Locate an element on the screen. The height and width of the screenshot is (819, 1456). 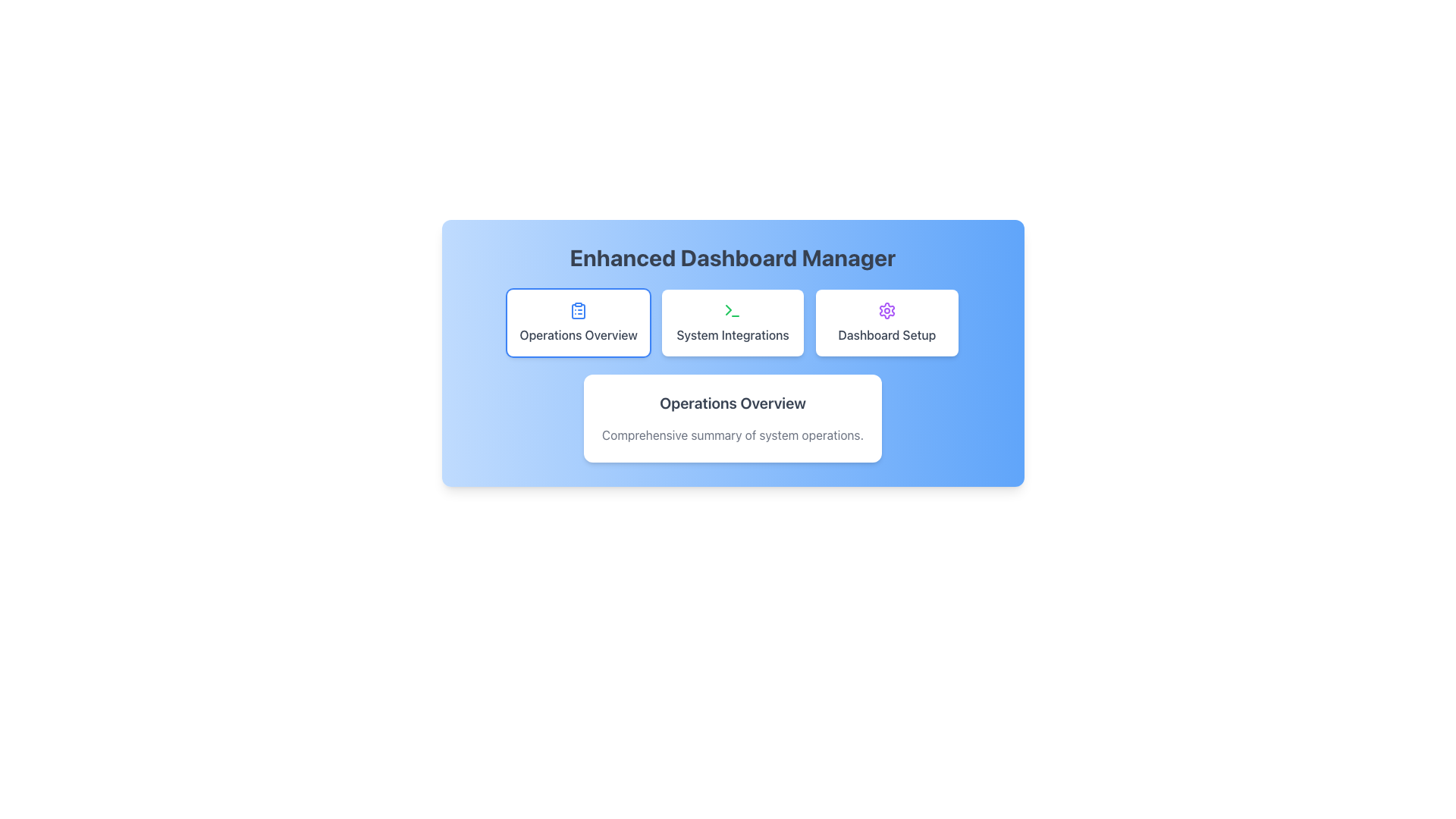
the 'Dashboard Setup' text label element, which is displayed in a medium-weight gray font below a purple gear icon on the button card is located at coordinates (886, 334).